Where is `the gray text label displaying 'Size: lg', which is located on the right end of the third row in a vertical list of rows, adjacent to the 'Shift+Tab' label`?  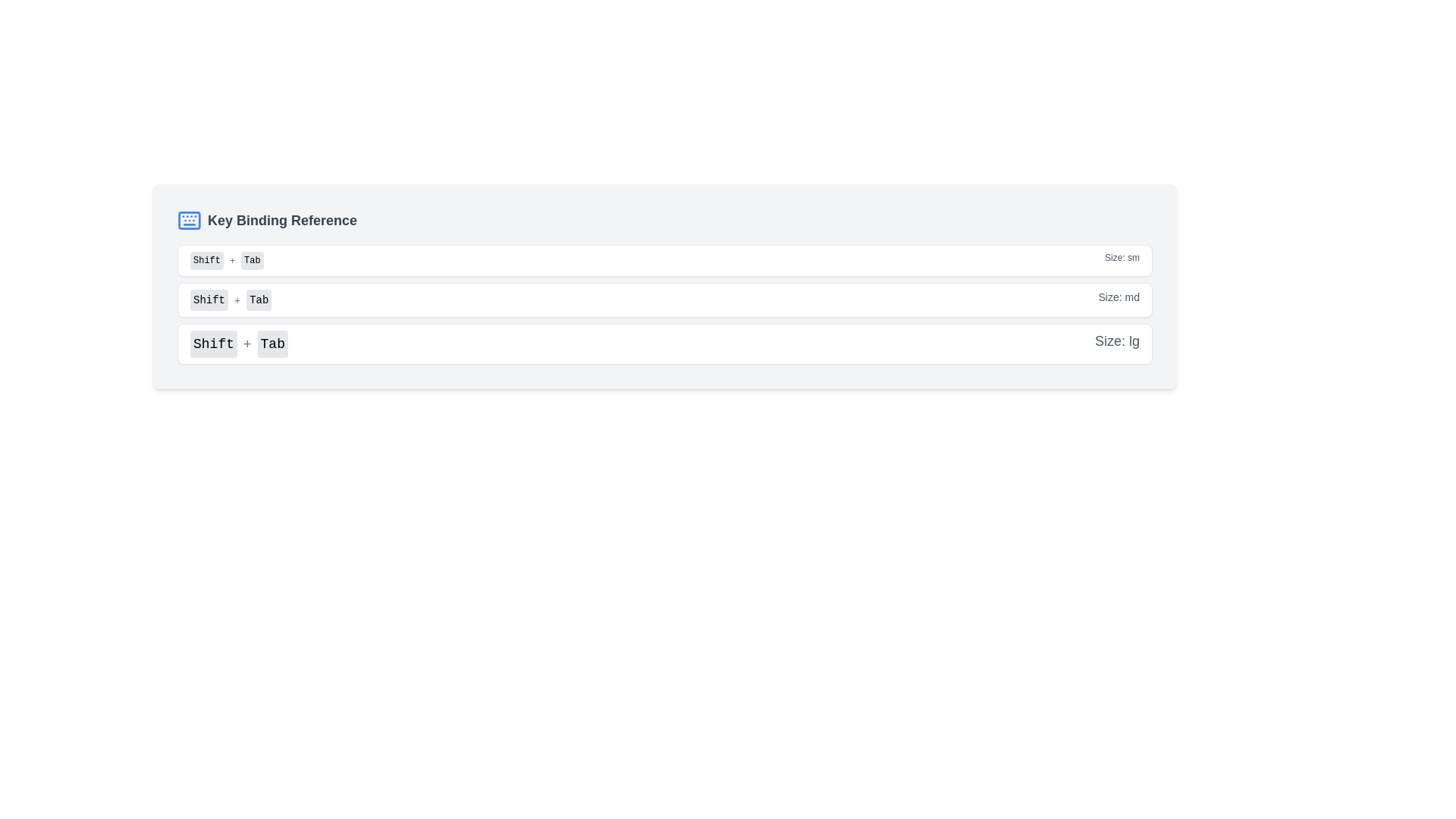
the gray text label displaying 'Size: lg', which is located on the right end of the third row in a vertical list of rows, adjacent to the 'Shift+Tab' label is located at coordinates (1117, 344).